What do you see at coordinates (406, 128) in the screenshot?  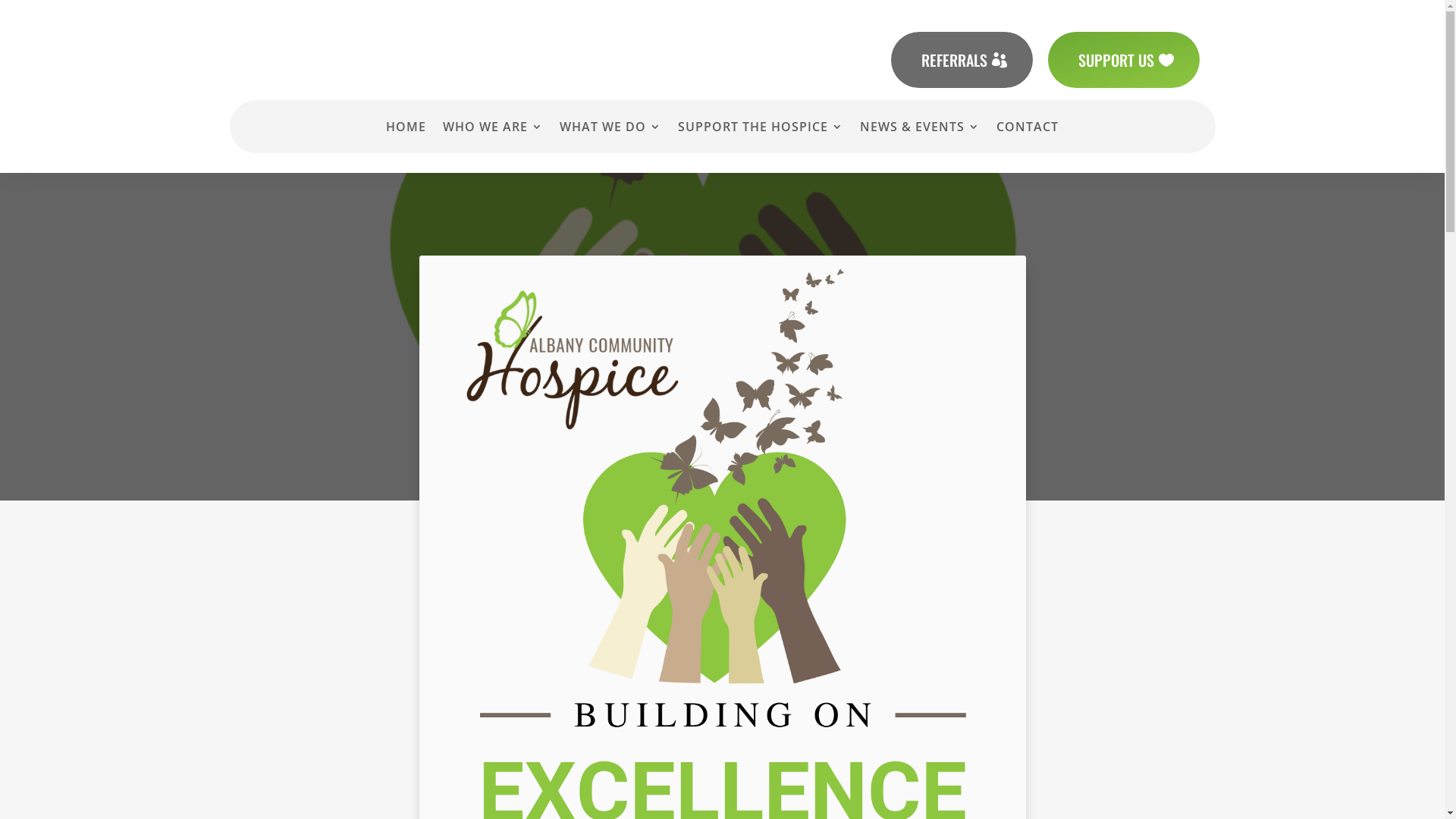 I see `'HOME'` at bounding box center [406, 128].